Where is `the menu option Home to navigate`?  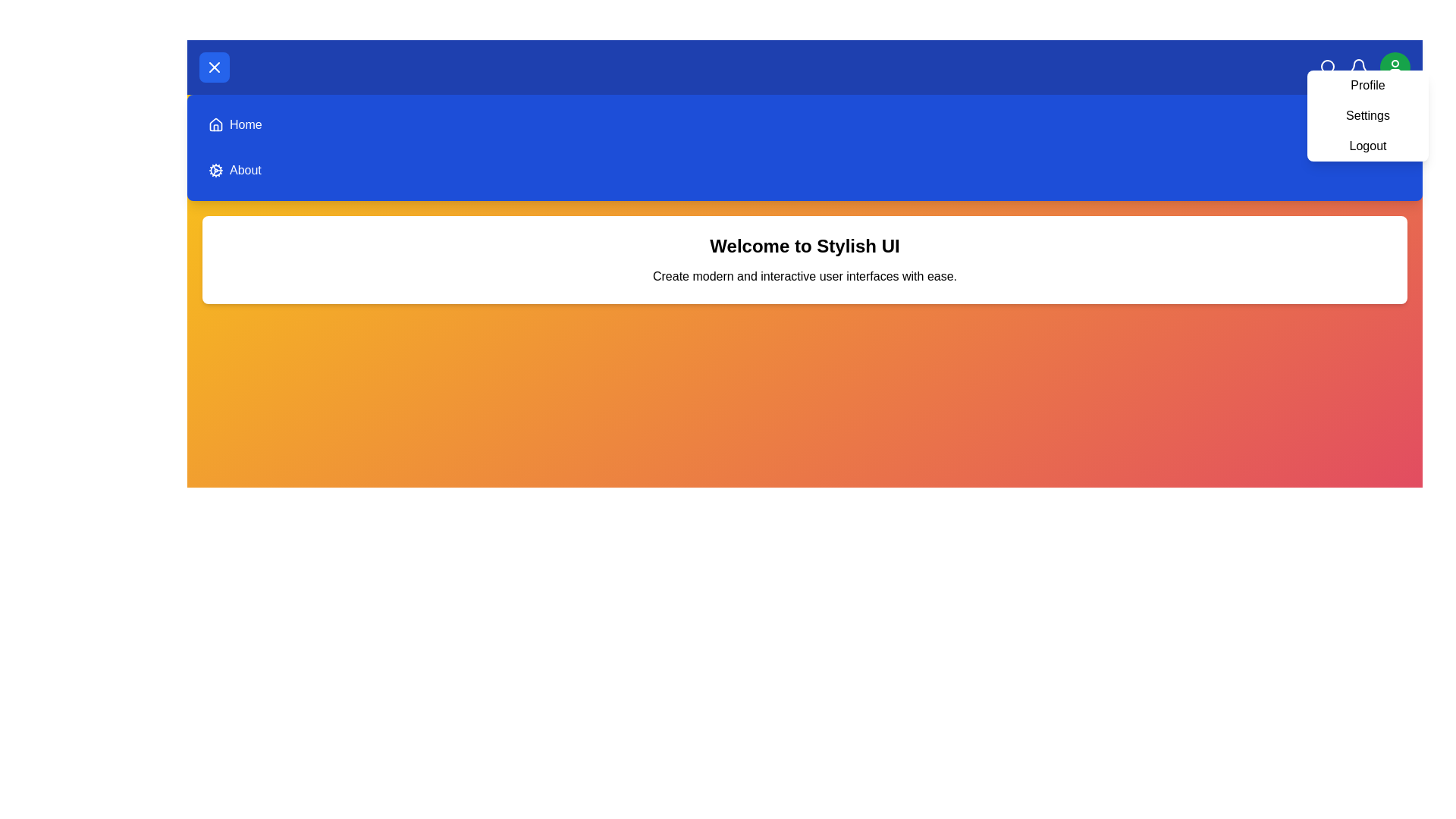
the menu option Home to navigate is located at coordinates (228, 115).